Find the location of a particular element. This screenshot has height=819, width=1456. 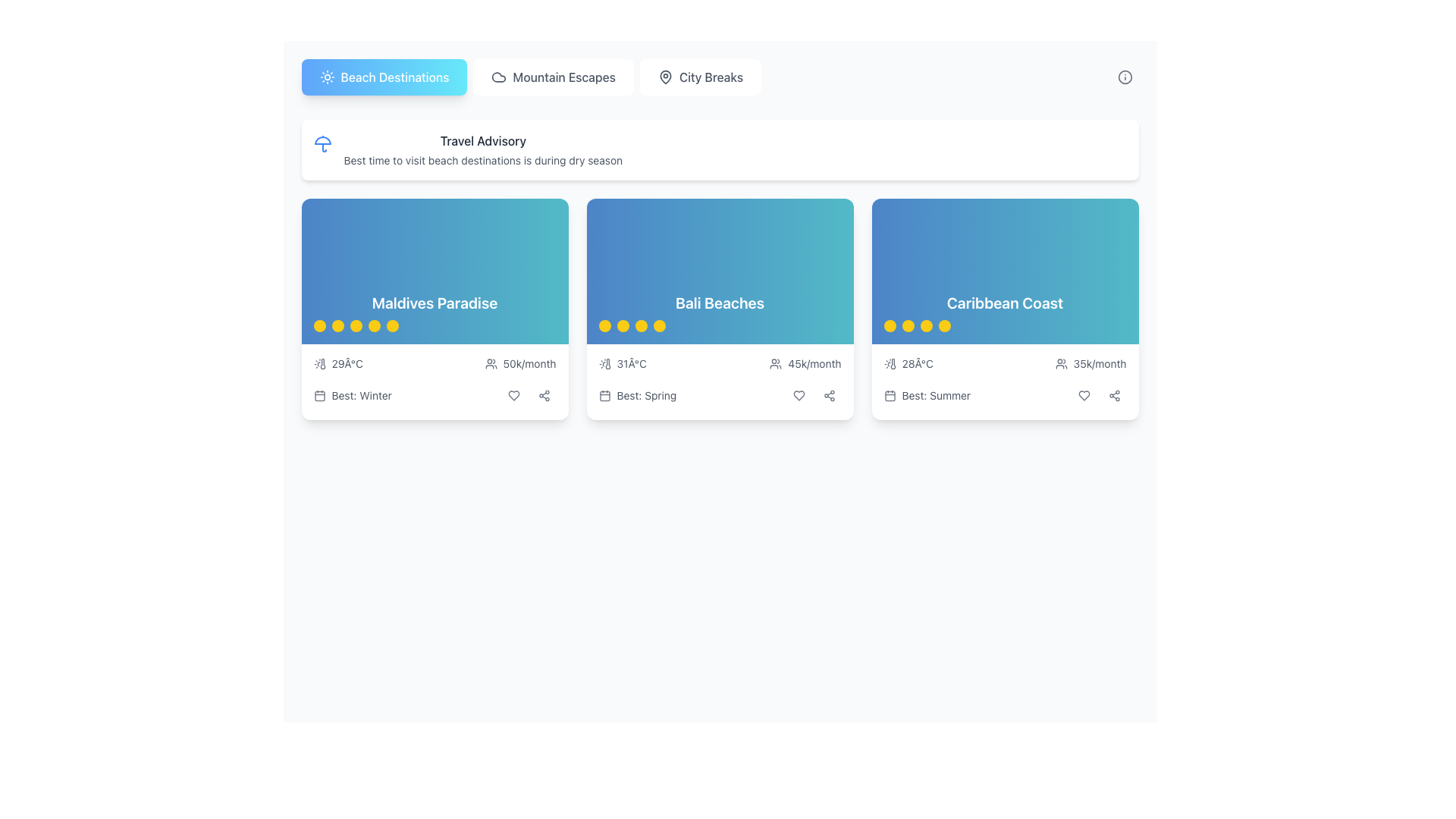

text label 'Best: Summer' located at the bottom of the 'Caribbean Coast' card, displayed in a gray-colored font is located at coordinates (935, 394).